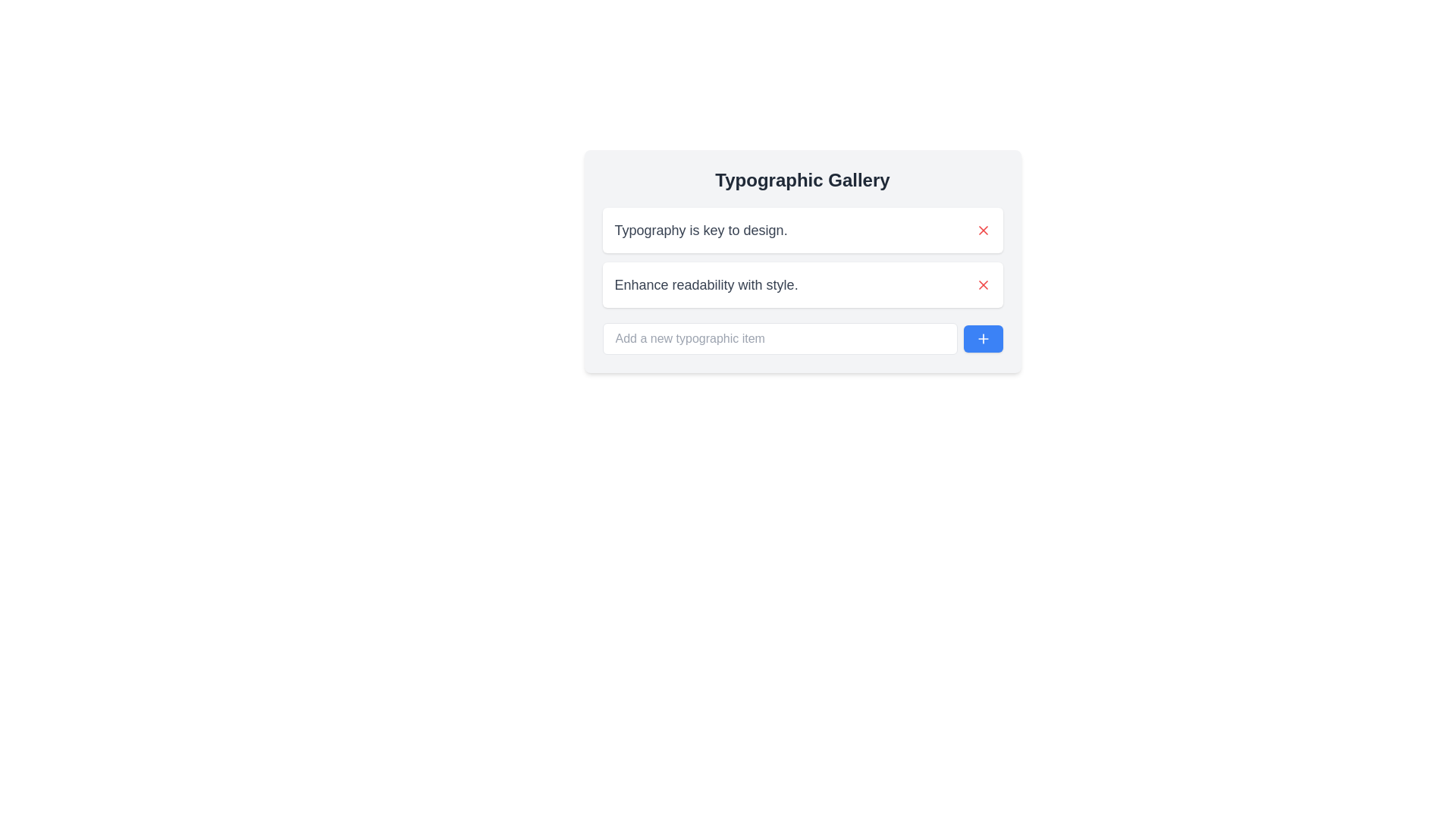 This screenshot has width=1456, height=819. I want to click on the 'plus' icon located at the bottom-right corner of the 'Typographic Gallery' button, so click(983, 338).